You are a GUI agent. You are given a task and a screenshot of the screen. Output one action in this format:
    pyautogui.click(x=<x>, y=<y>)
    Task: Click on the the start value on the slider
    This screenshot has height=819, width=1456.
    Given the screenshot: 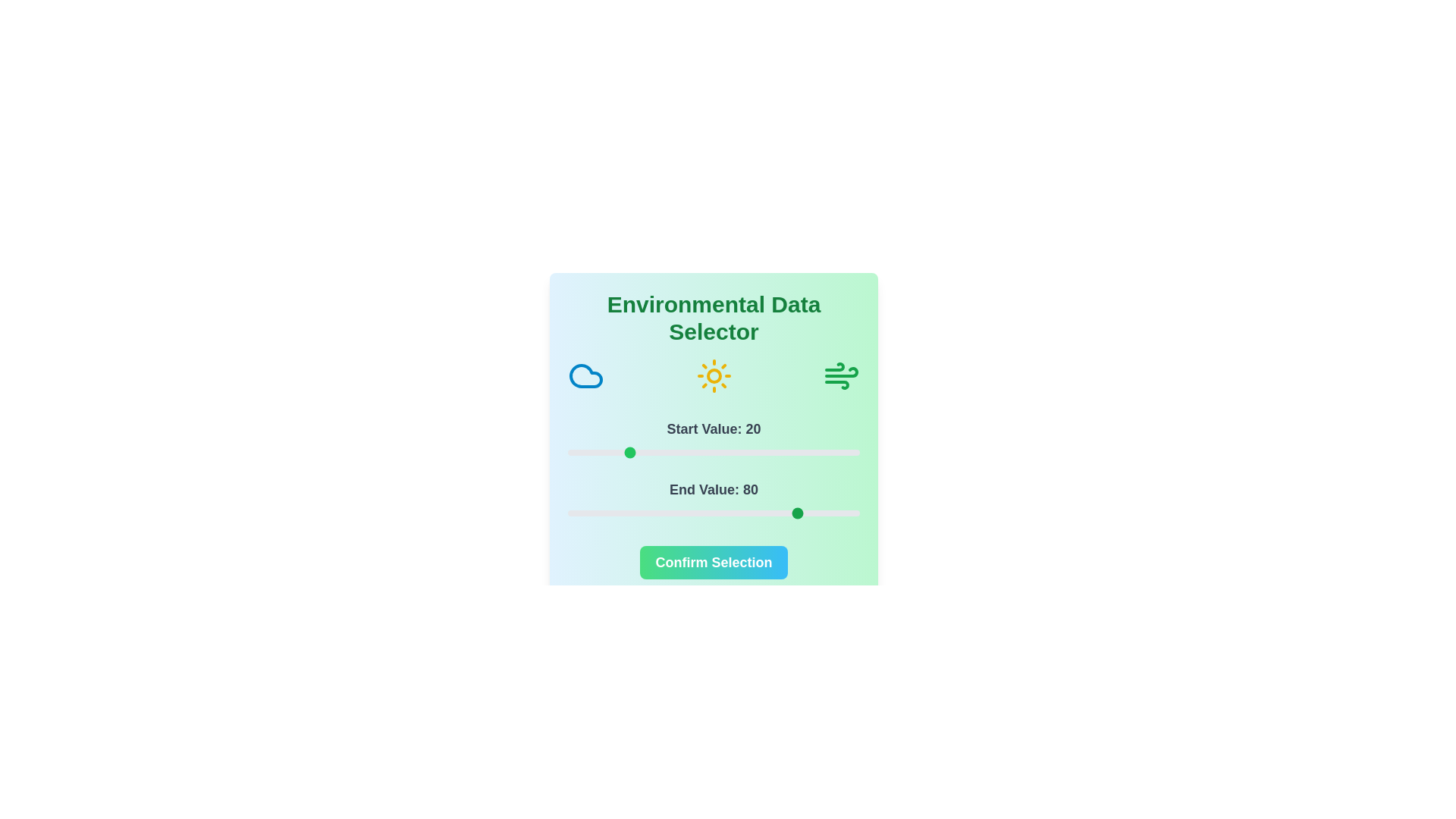 What is the action you would take?
    pyautogui.click(x=851, y=452)
    